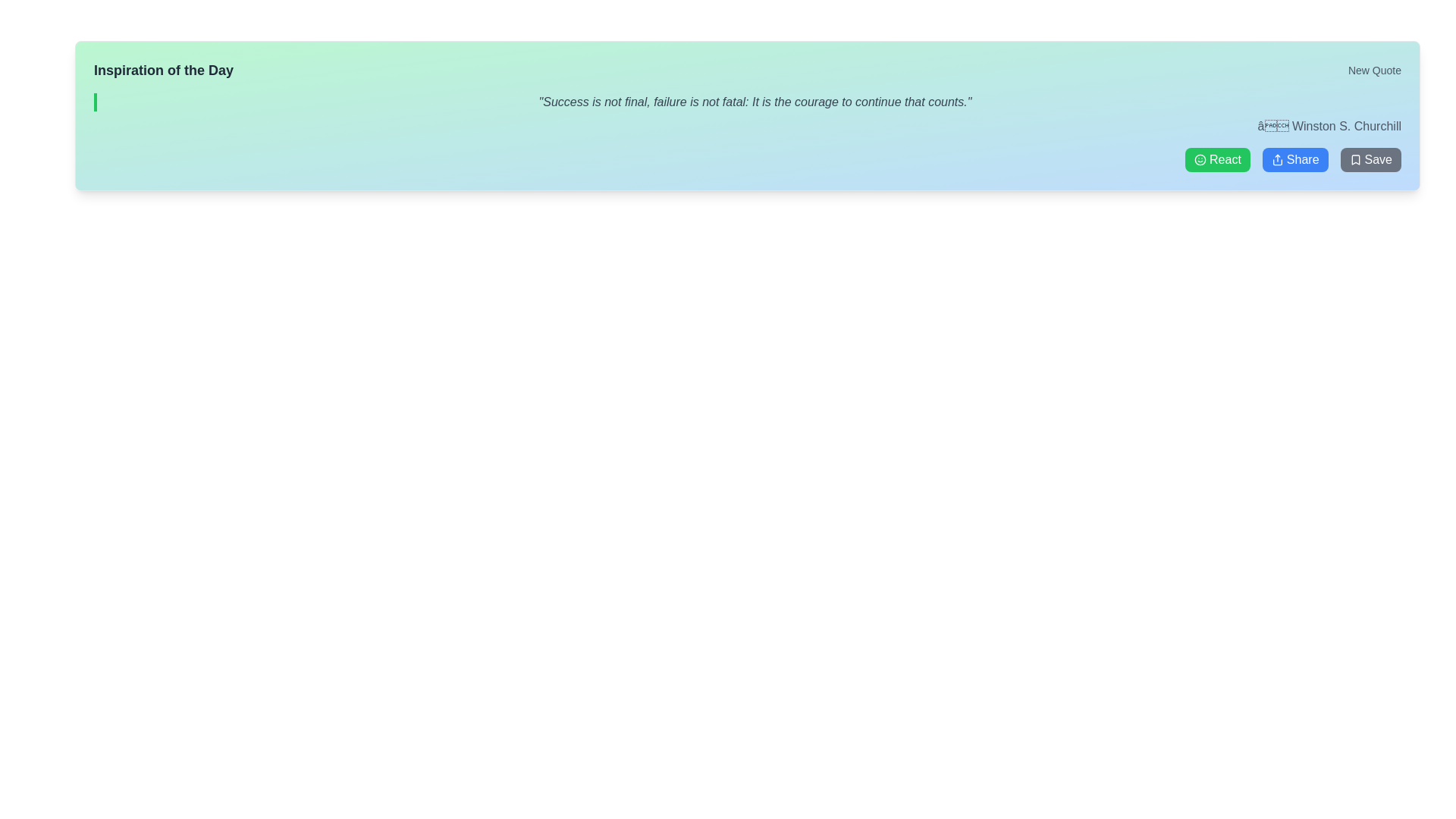 This screenshot has height=819, width=1456. What do you see at coordinates (1355, 160) in the screenshot?
I see `the bookmark icon located in the top-right section adjacent to 'Winston S. Churchill'` at bounding box center [1355, 160].